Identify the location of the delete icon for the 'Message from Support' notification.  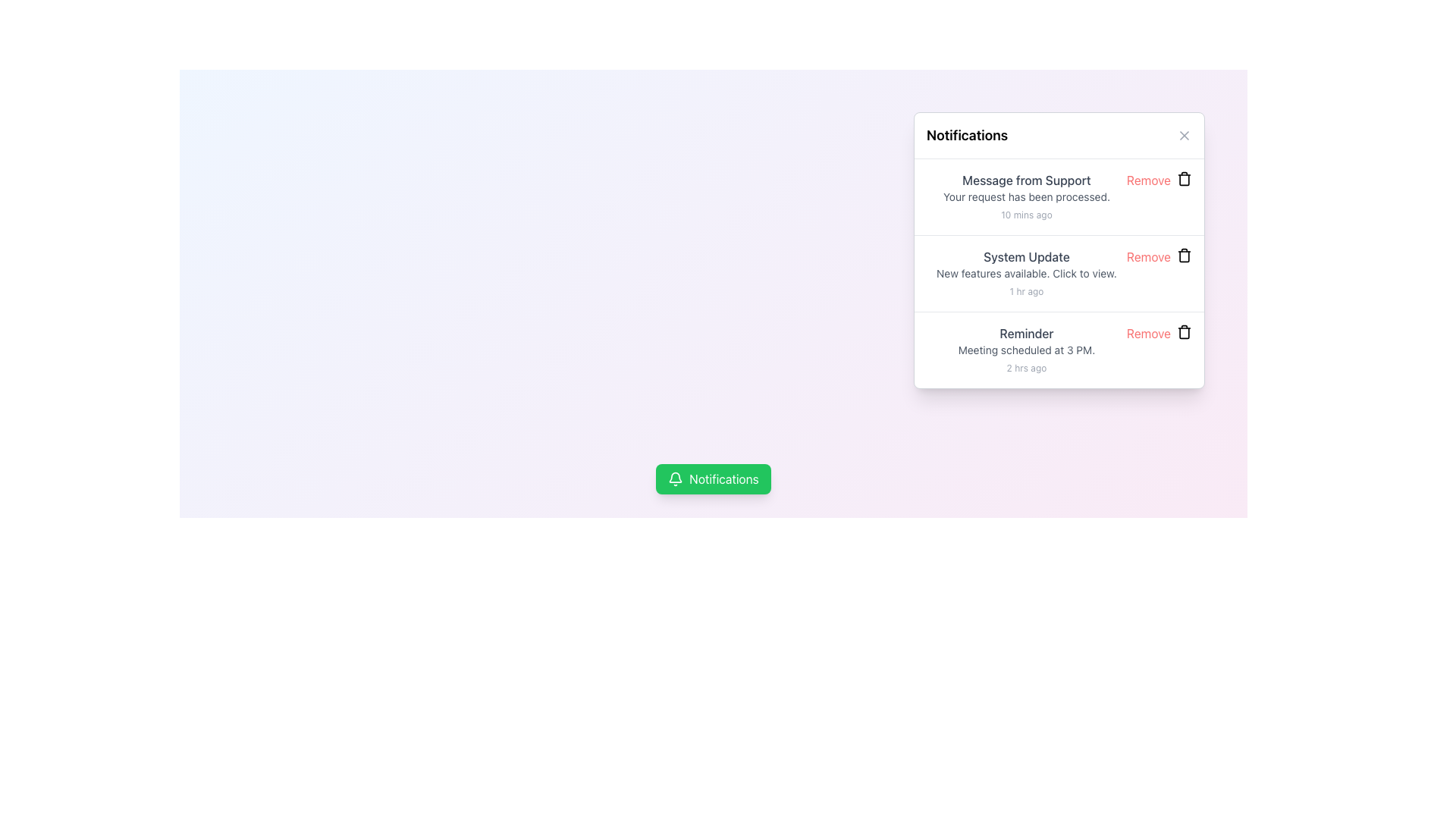
(1183, 177).